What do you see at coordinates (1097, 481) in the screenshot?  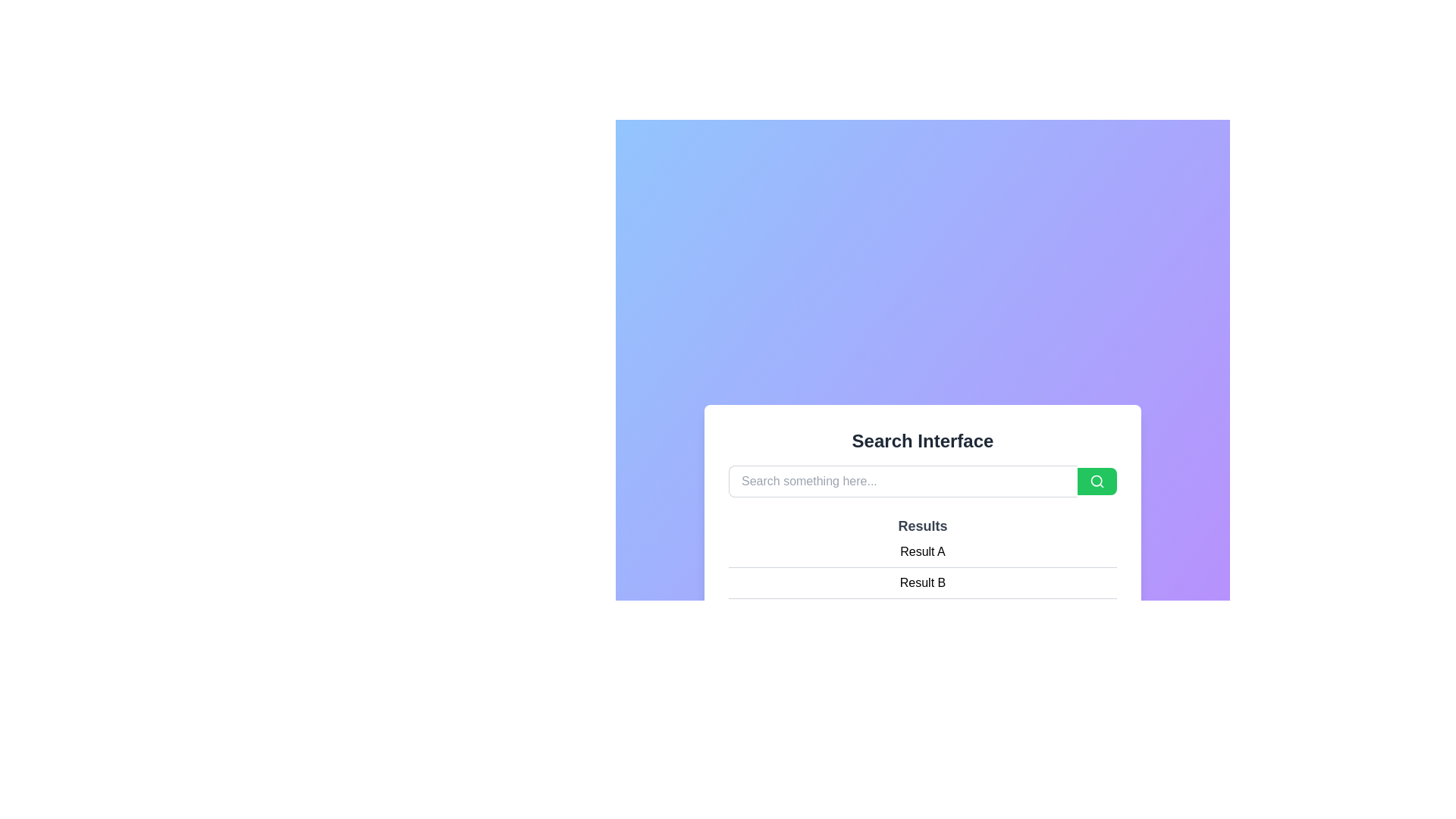 I see `the central circular component of the search icon, which is a minimalistic SVG Circle with a radius of 8 units, located at the right of the input field` at bounding box center [1097, 481].